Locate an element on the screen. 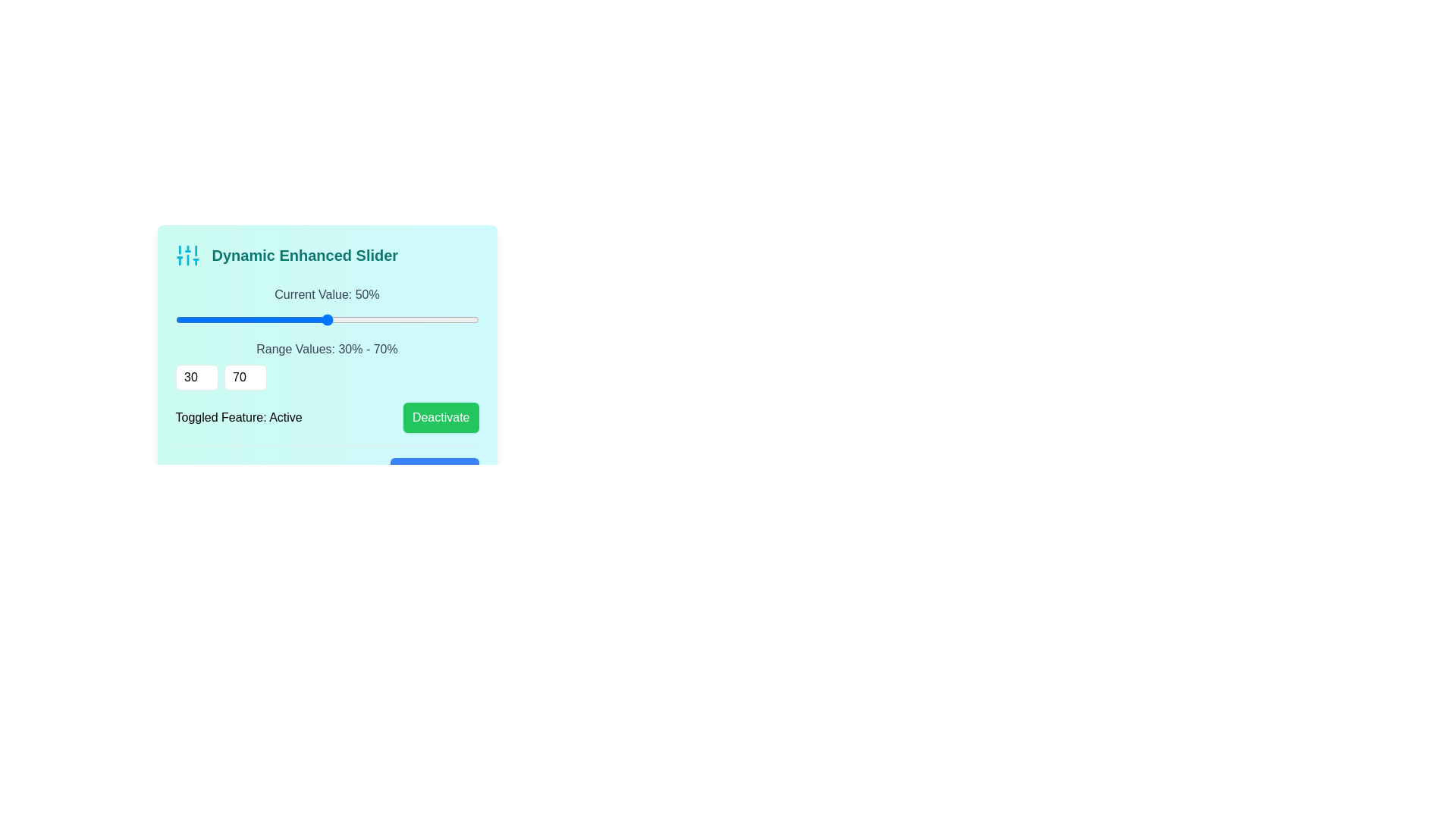  the text label that reads 'Current Value: 50%' which is prominently displayed in medium gray color against a light blue background, located near the top section of the interface above the slider bar is located at coordinates (326, 295).